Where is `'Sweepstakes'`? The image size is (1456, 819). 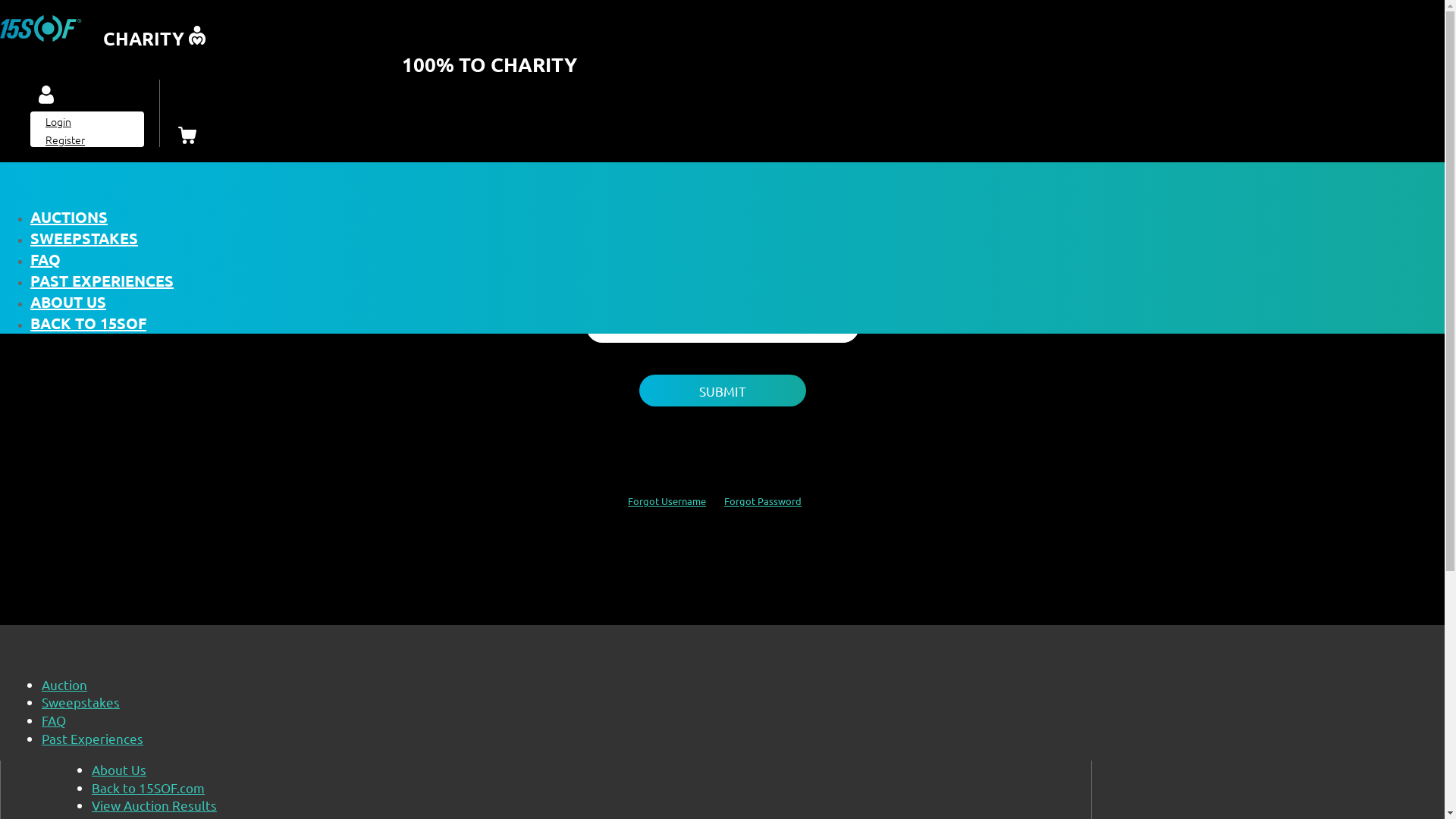
'Sweepstakes' is located at coordinates (80, 701).